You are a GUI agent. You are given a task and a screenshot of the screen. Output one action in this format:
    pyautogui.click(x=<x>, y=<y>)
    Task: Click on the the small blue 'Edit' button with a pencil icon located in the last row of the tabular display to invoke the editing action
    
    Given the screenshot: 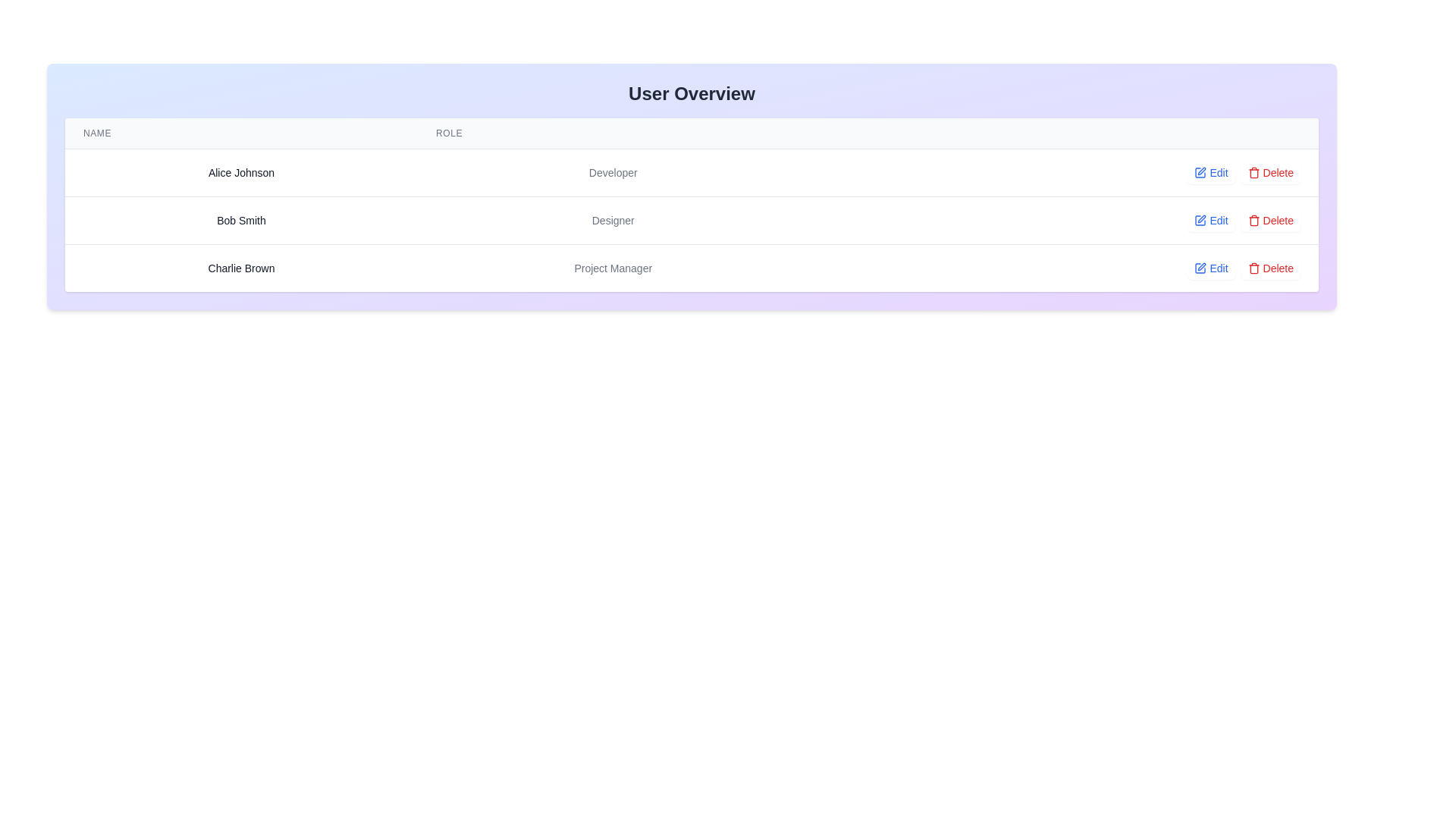 What is the action you would take?
    pyautogui.click(x=1210, y=268)
    